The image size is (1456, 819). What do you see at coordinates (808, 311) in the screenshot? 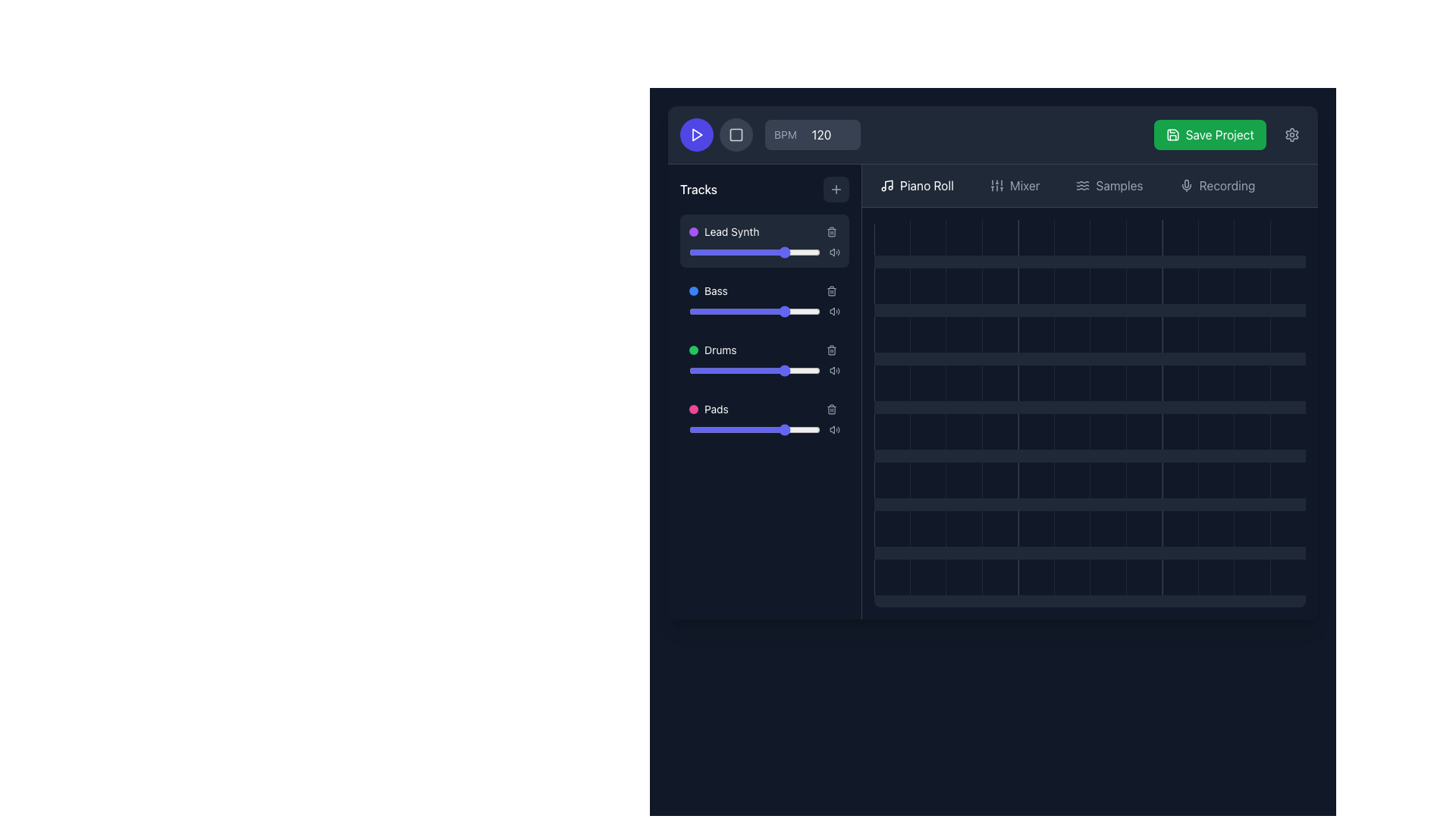
I see `the bass level` at bounding box center [808, 311].